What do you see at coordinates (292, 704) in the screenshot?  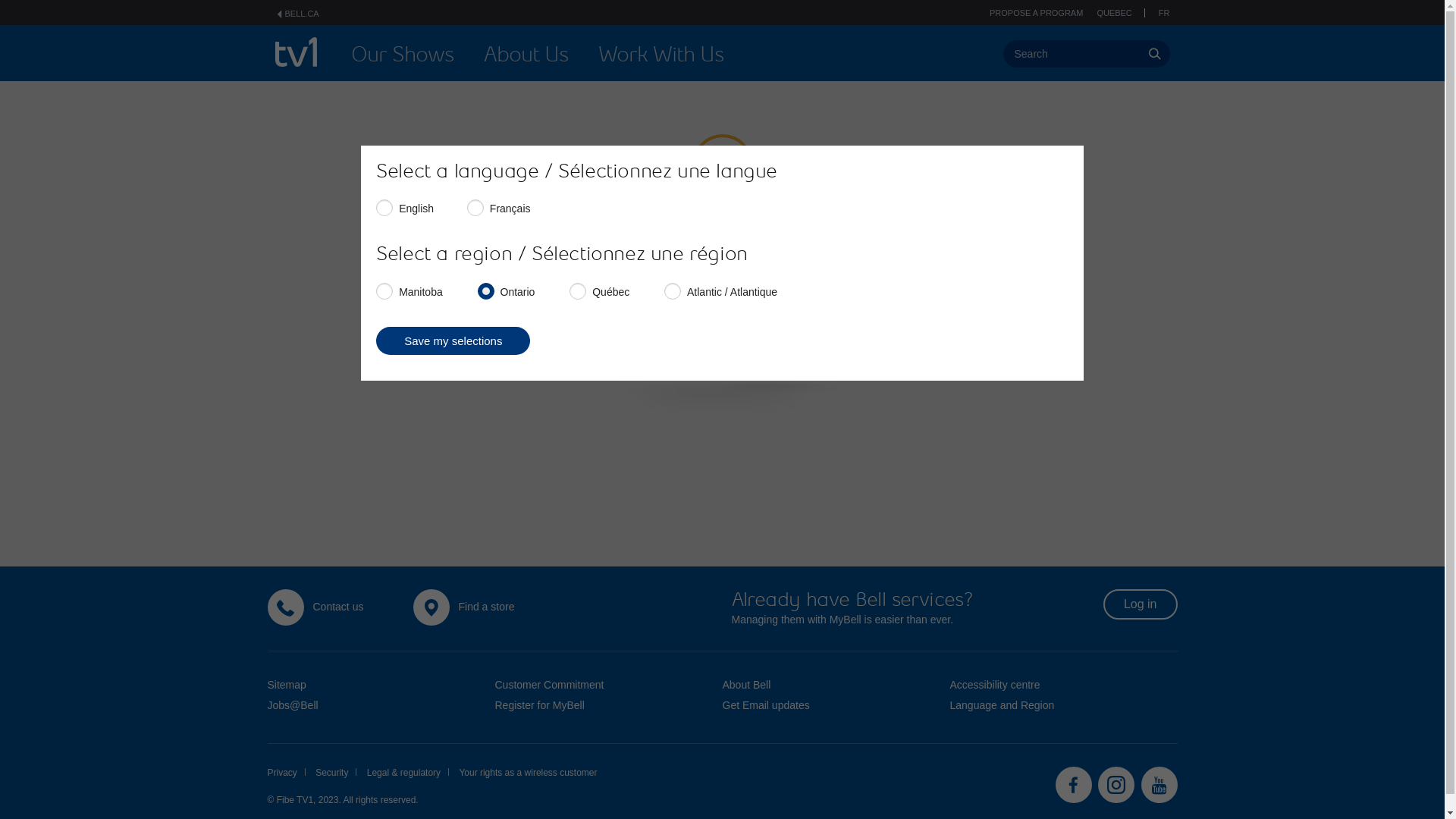 I see `'Jobs@Bell'` at bounding box center [292, 704].